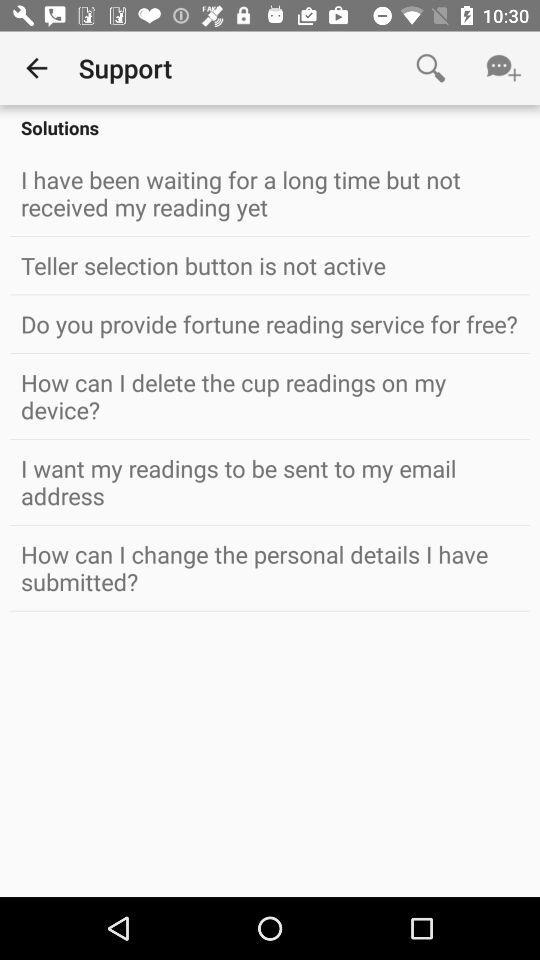 The image size is (540, 960). Describe the element at coordinates (270, 264) in the screenshot. I see `icon below i have been` at that location.